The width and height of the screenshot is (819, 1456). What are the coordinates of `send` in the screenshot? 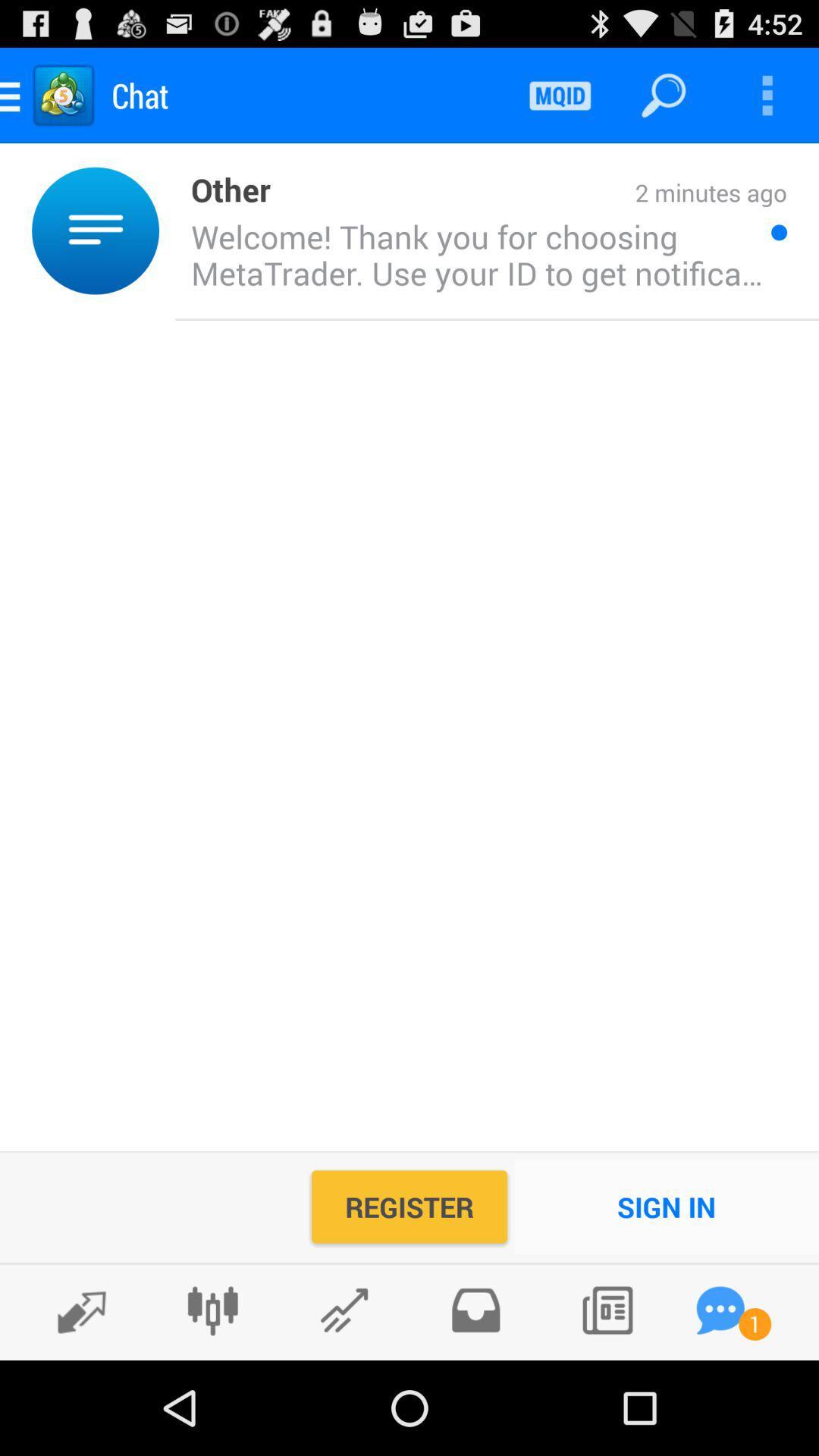 It's located at (344, 1310).